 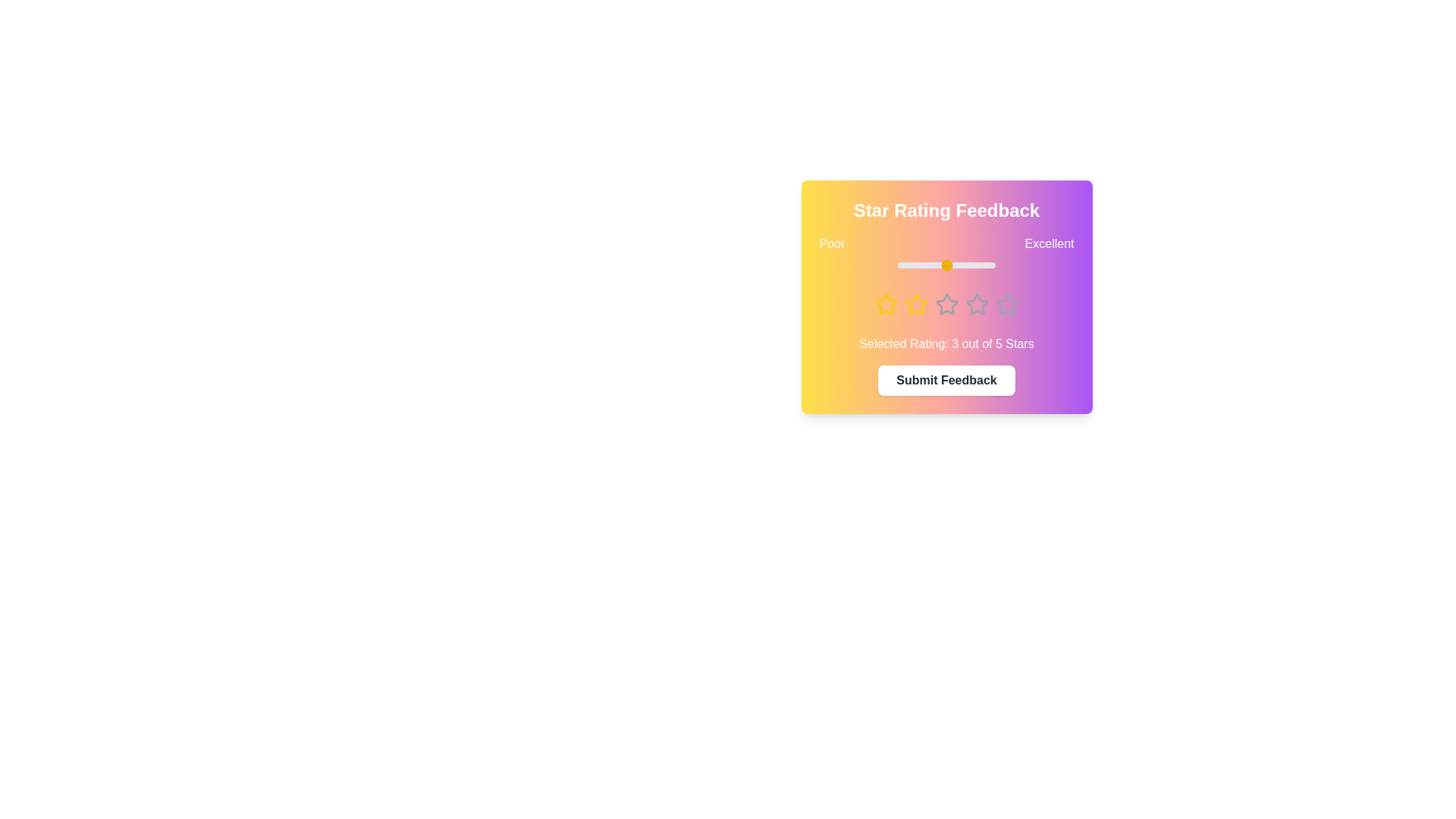 I want to click on the star corresponding to the desired rating 3, so click(x=946, y=304).